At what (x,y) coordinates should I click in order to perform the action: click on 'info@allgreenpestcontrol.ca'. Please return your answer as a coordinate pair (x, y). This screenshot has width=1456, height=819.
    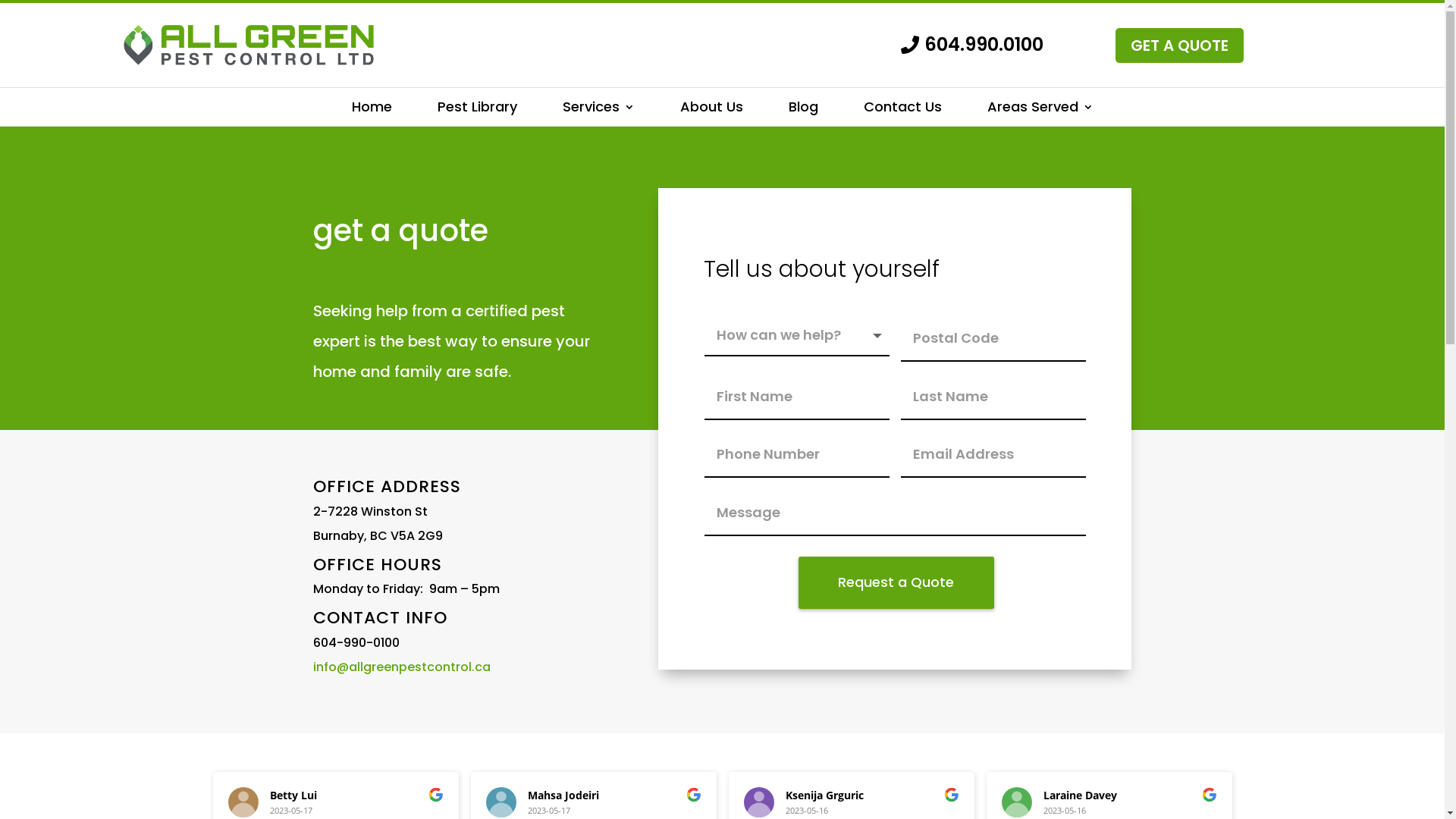
    Looking at the image, I should click on (400, 666).